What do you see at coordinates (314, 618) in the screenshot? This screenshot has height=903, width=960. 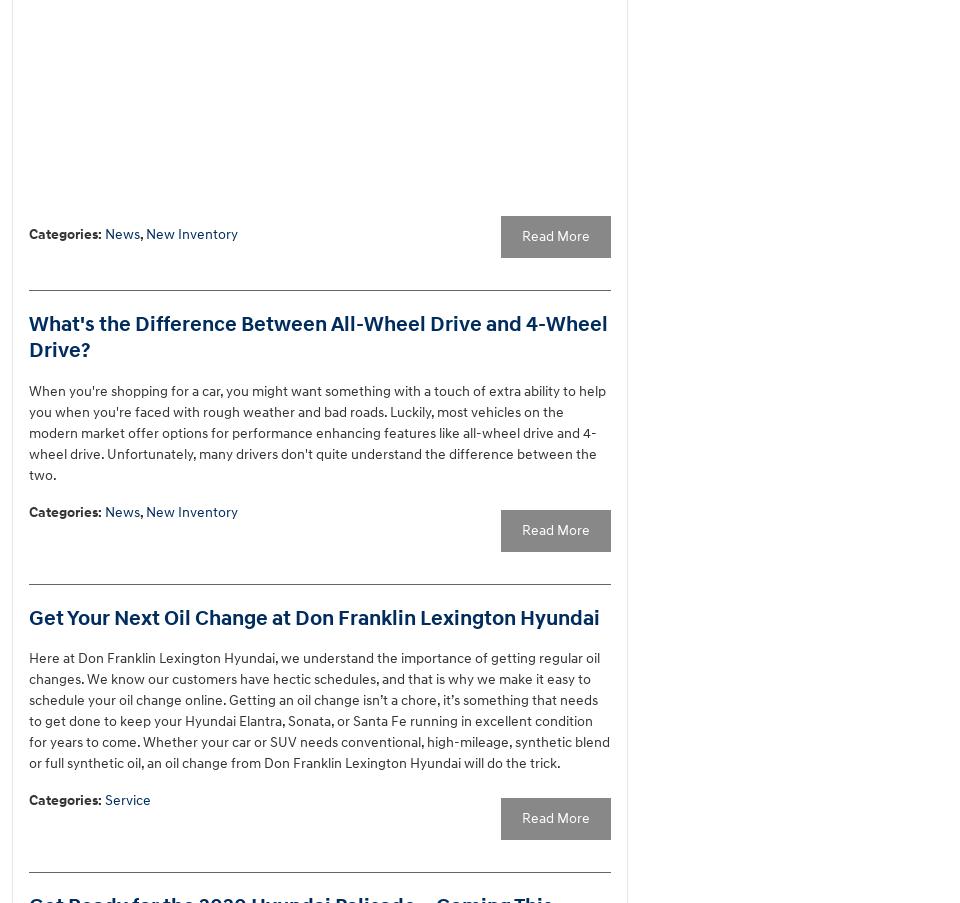 I see `'Get Your Next Oil Change at Don Franklin Lexington Hyundai'` at bounding box center [314, 618].